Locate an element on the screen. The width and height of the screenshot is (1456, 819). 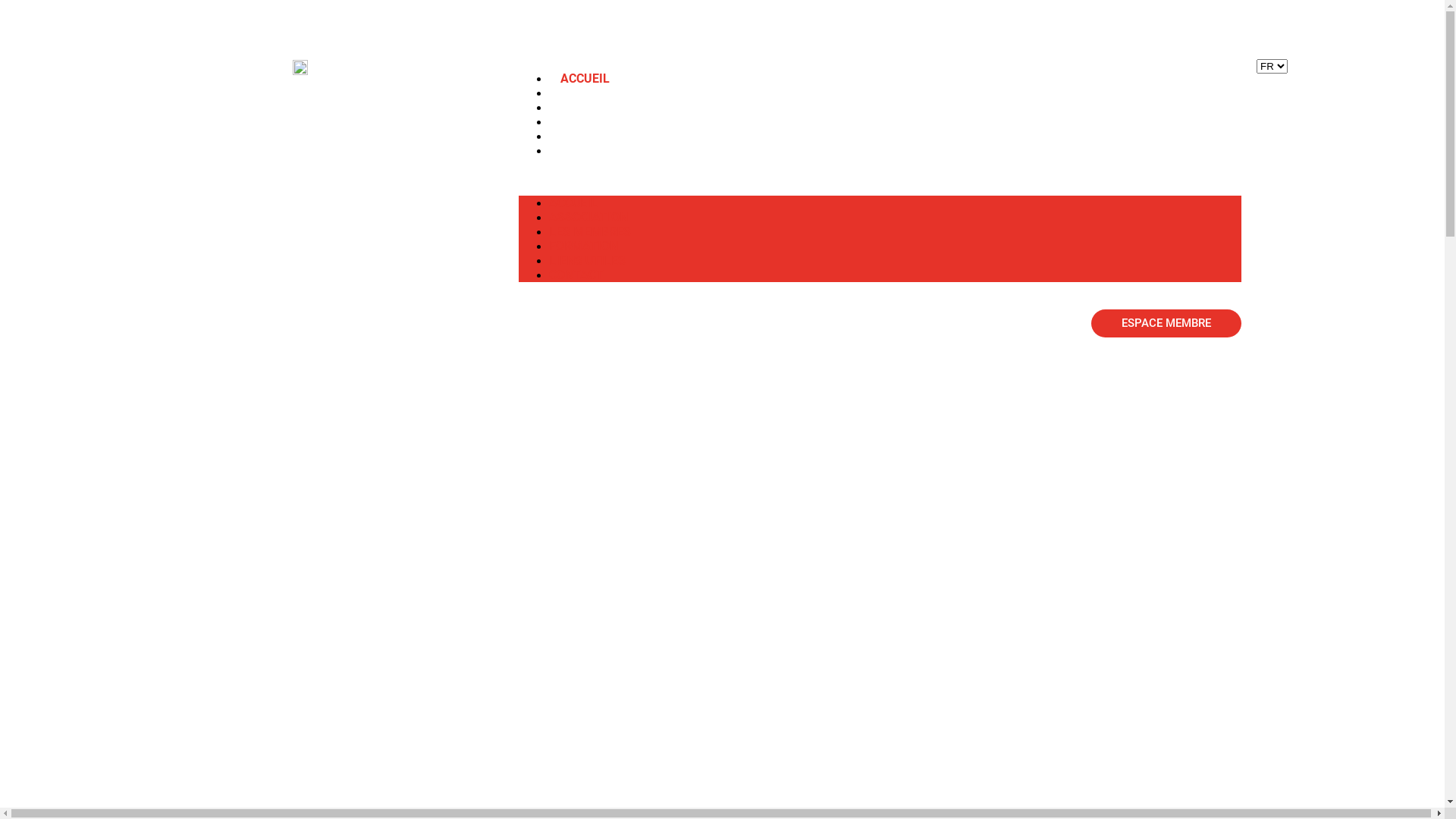
'ACCUEIL' is located at coordinates (584, 78).